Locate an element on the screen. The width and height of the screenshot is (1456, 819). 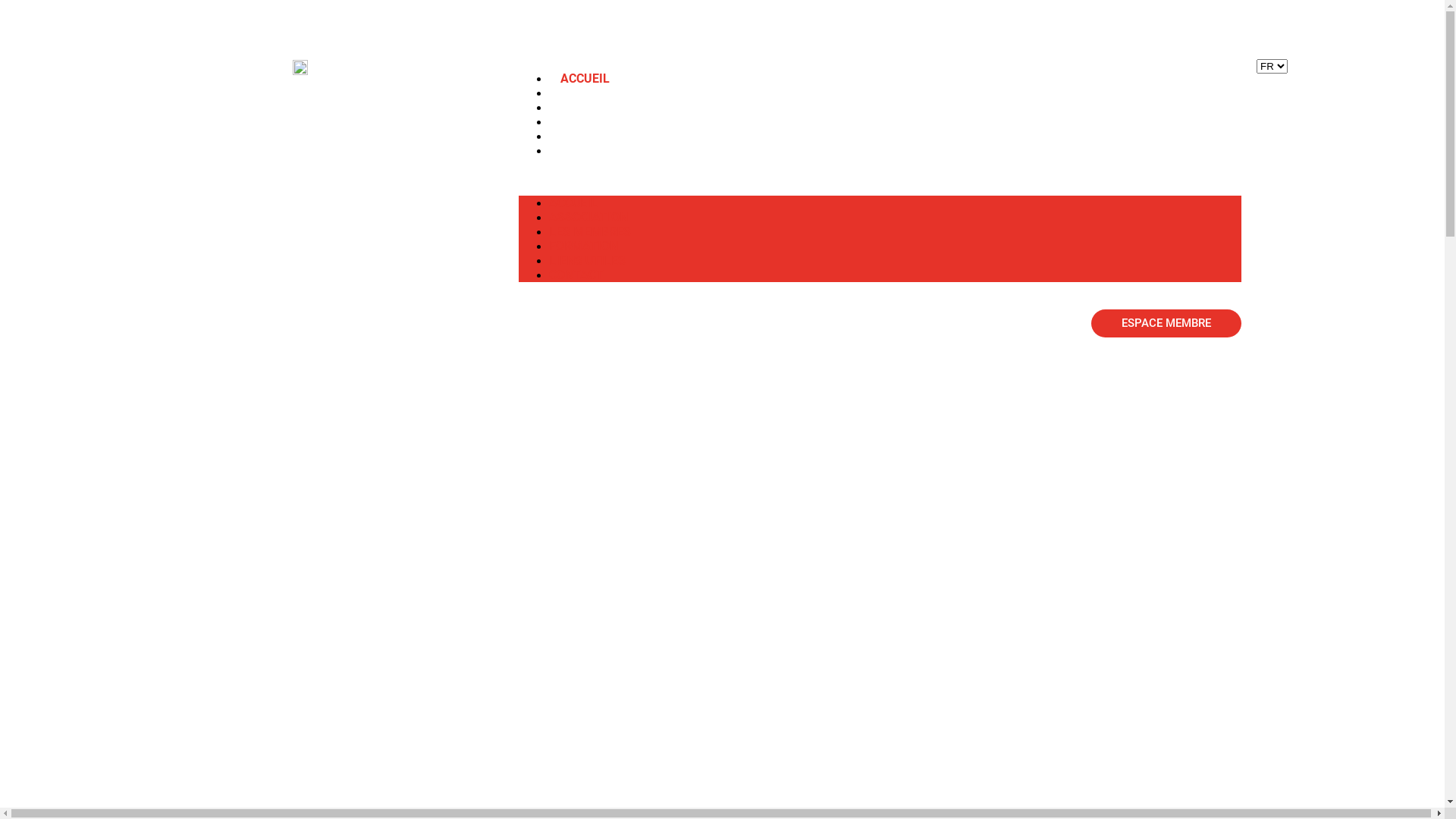
'ACCUEIL' is located at coordinates (584, 78).